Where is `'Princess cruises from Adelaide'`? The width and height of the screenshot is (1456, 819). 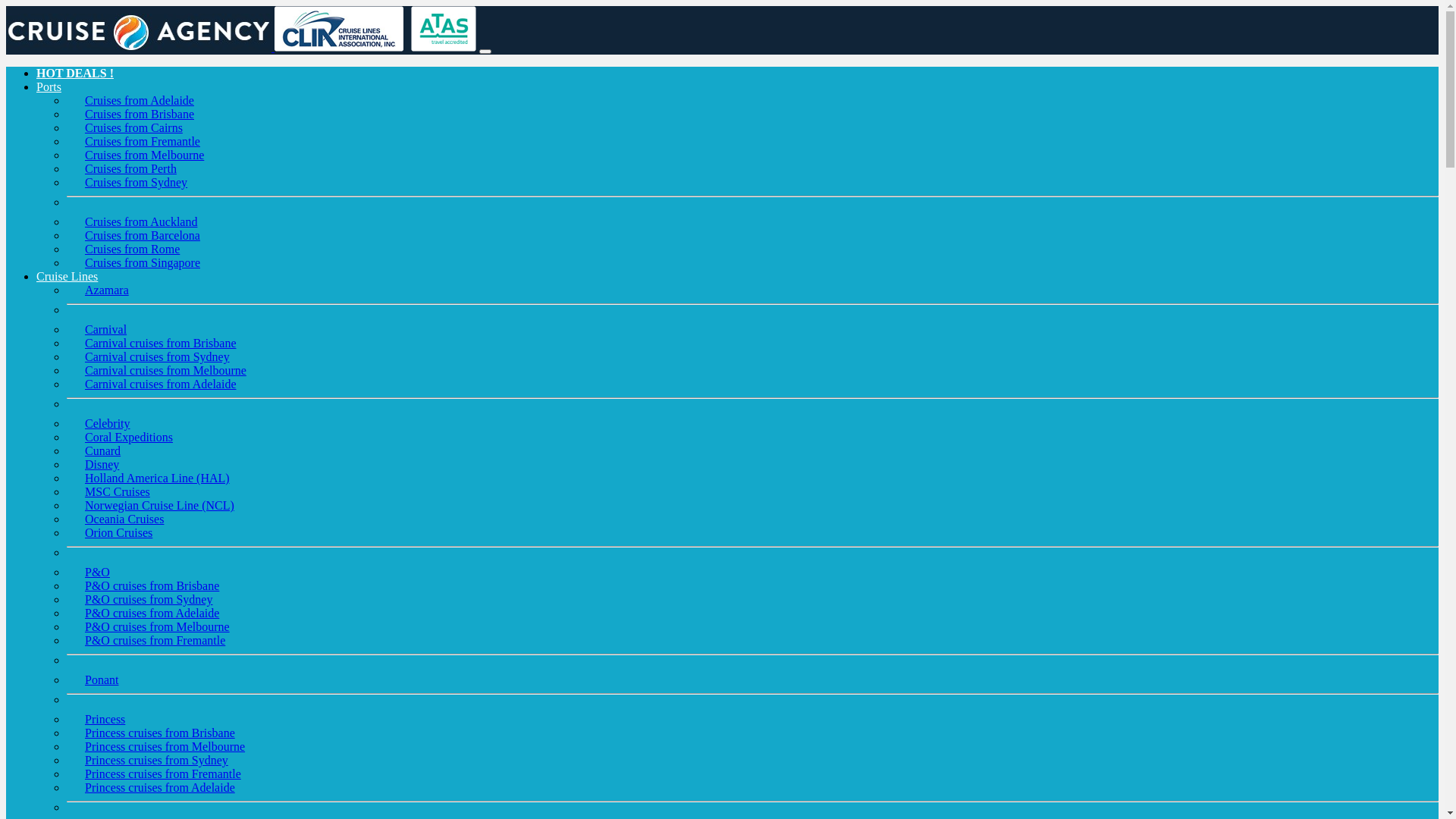
'Princess cruises from Adelaide' is located at coordinates (160, 786).